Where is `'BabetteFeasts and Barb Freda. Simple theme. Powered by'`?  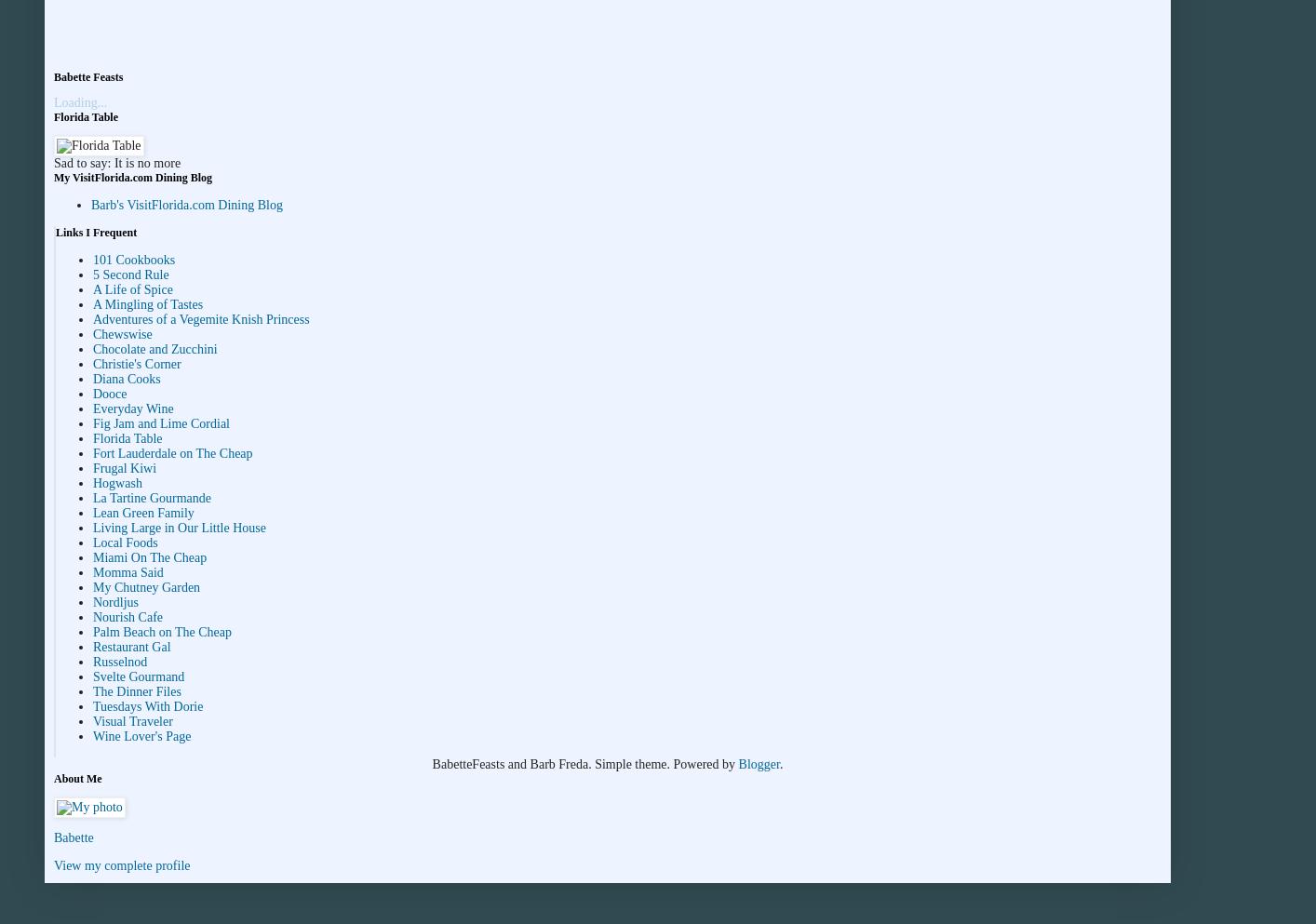 'BabetteFeasts and Barb Freda. Simple theme. Powered by' is located at coordinates (584, 764).